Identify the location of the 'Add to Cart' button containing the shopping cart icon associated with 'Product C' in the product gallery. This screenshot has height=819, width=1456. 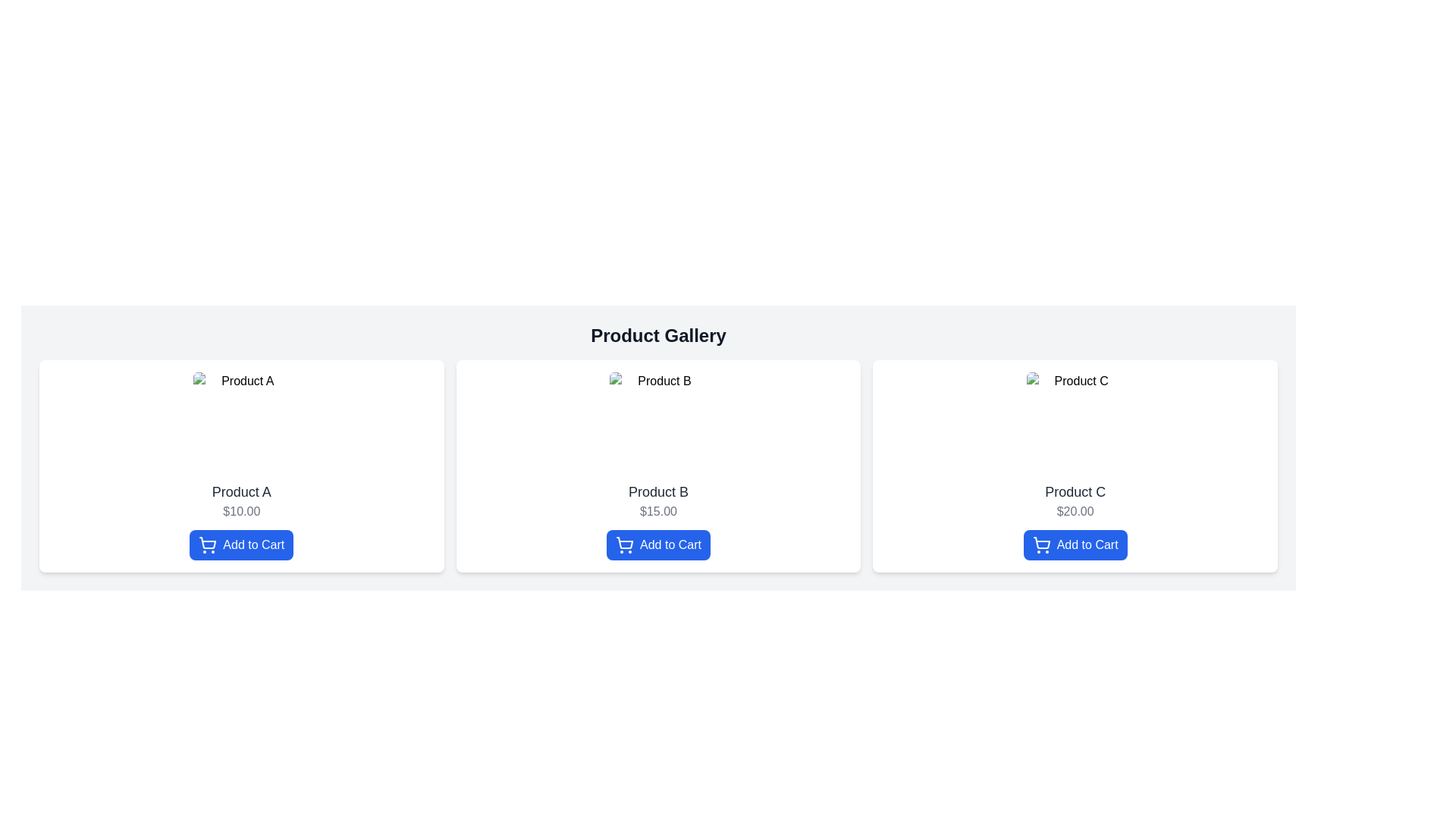
(1040, 542).